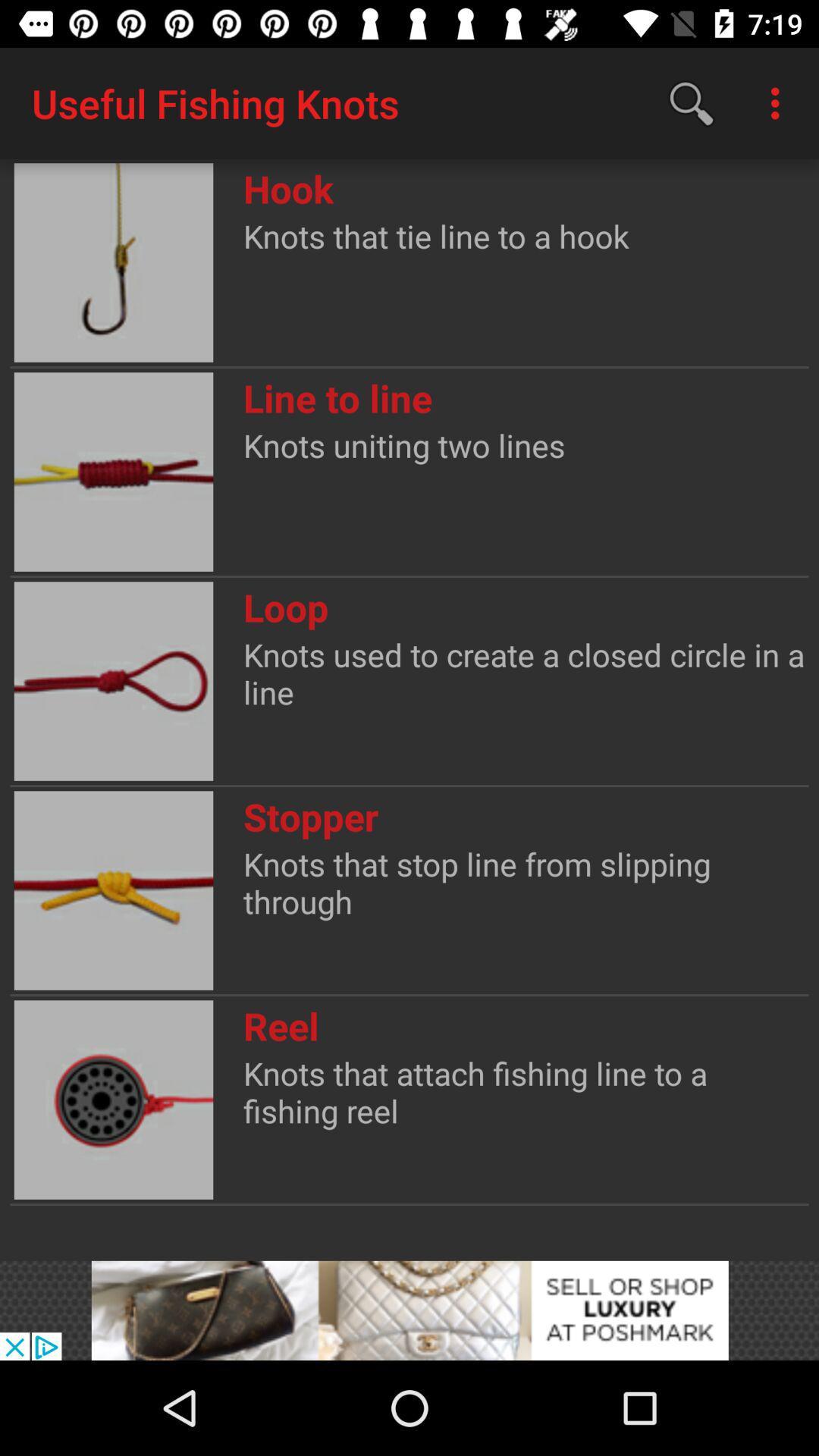  Describe the element at coordinates (409, 1310) in the screenshot. I see `advertisement link` at that location.